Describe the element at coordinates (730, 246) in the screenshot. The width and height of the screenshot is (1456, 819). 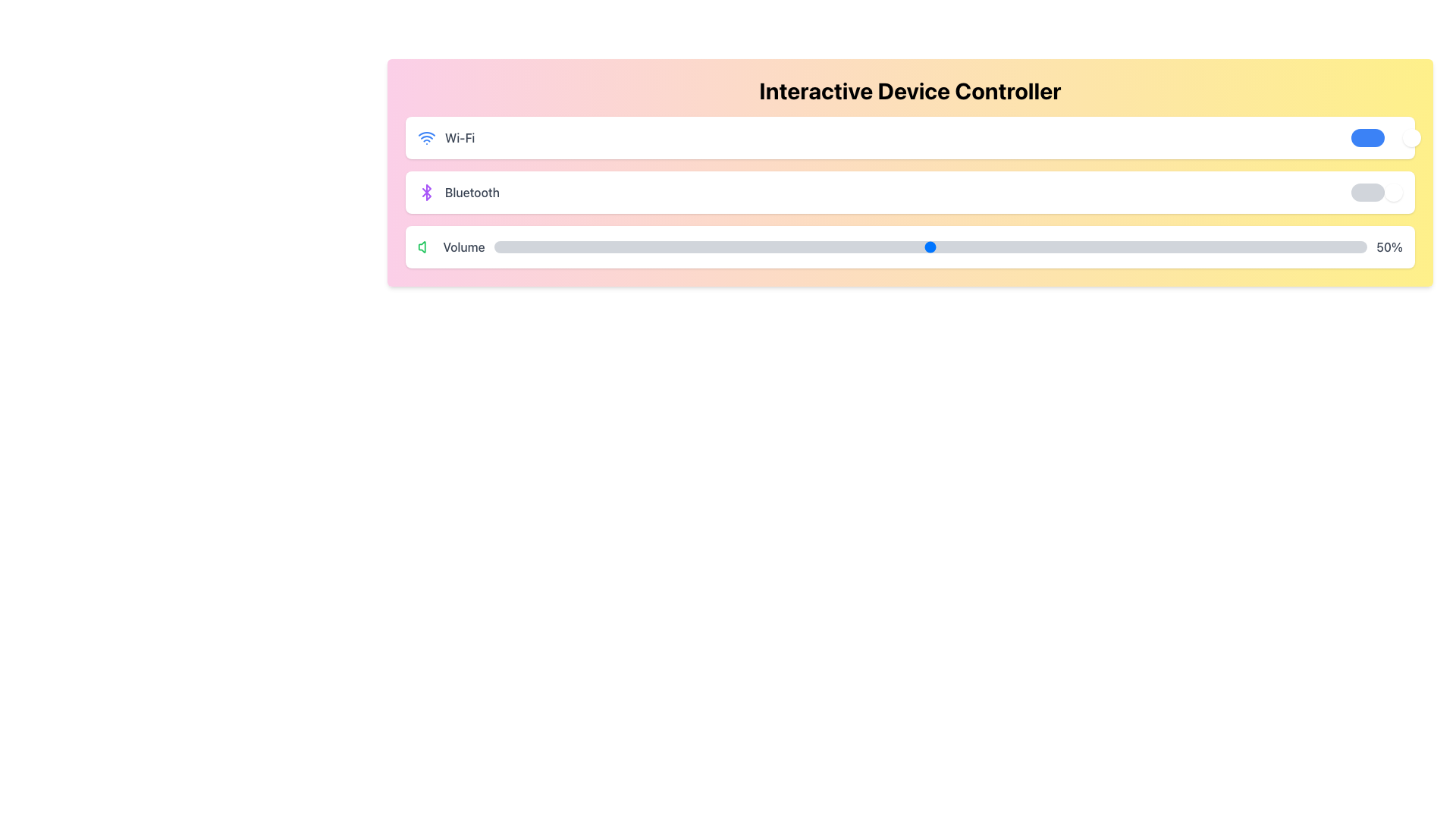
I see `the volume` at that location.